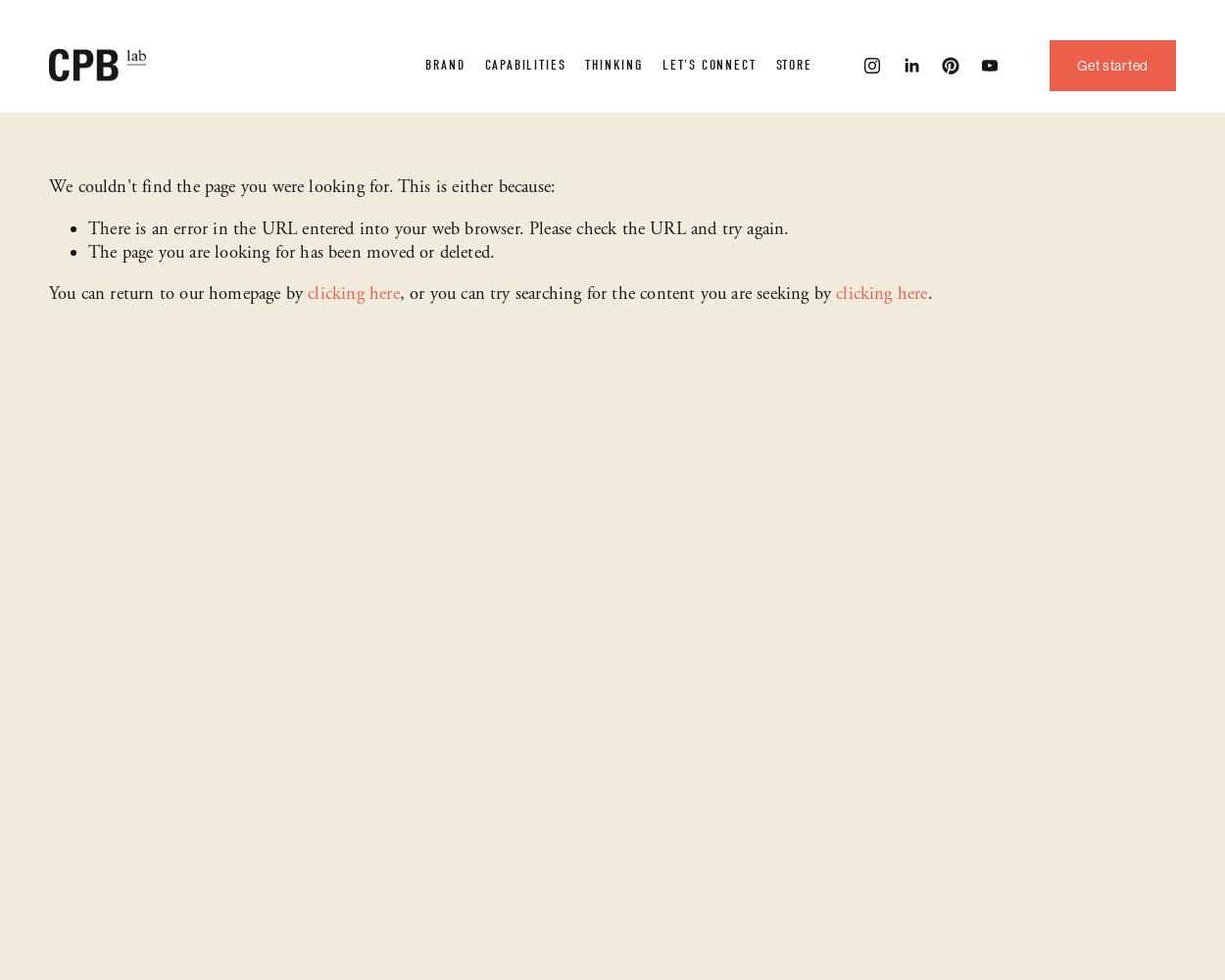  I want to click on 'Store', so click(793, 64).